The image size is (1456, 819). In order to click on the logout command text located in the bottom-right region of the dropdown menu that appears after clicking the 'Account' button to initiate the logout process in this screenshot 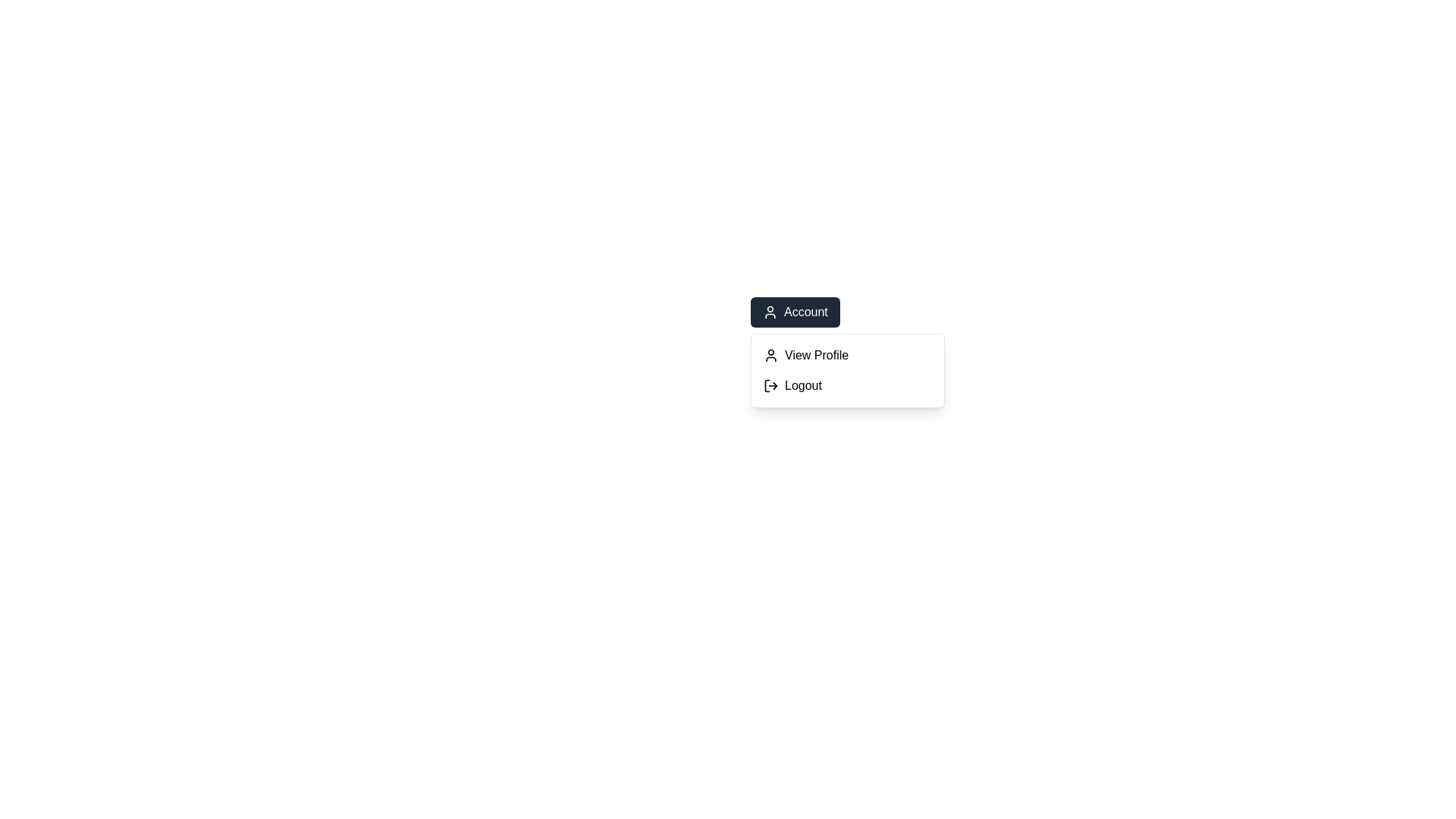, I will do `click(802, 385)`.